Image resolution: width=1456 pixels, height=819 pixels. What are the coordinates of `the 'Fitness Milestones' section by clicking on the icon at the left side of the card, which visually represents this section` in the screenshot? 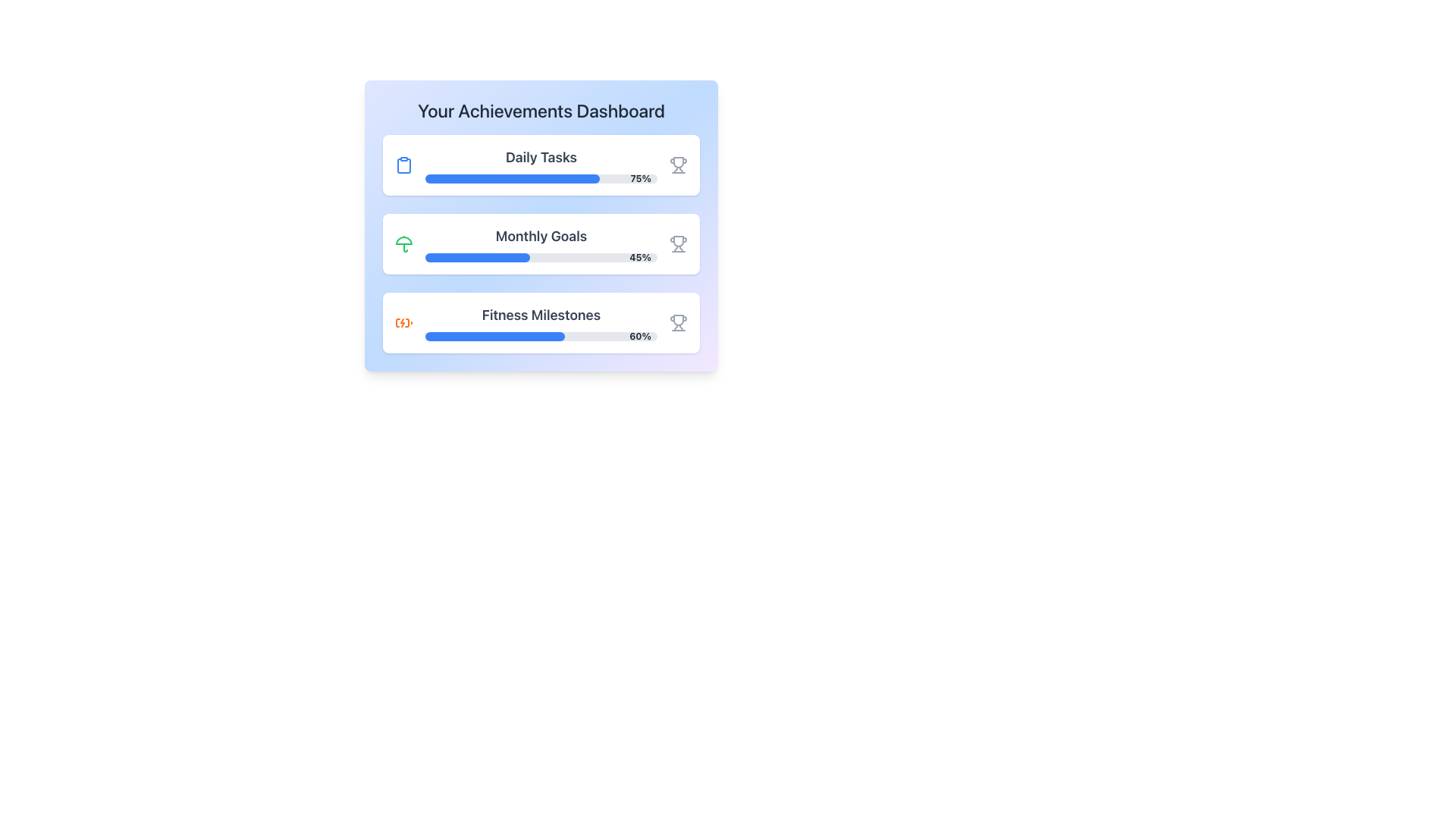 It's located at (403, 322).